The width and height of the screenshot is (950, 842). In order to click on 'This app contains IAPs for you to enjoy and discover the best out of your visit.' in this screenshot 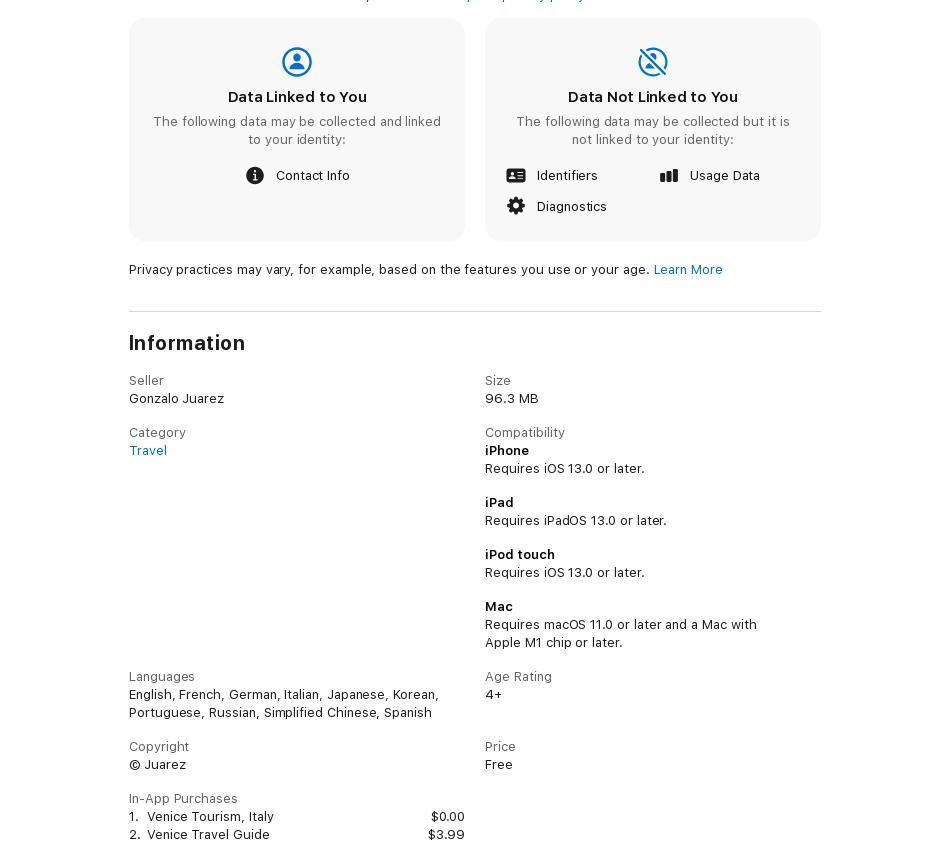, I will do `click(369, 114)`.